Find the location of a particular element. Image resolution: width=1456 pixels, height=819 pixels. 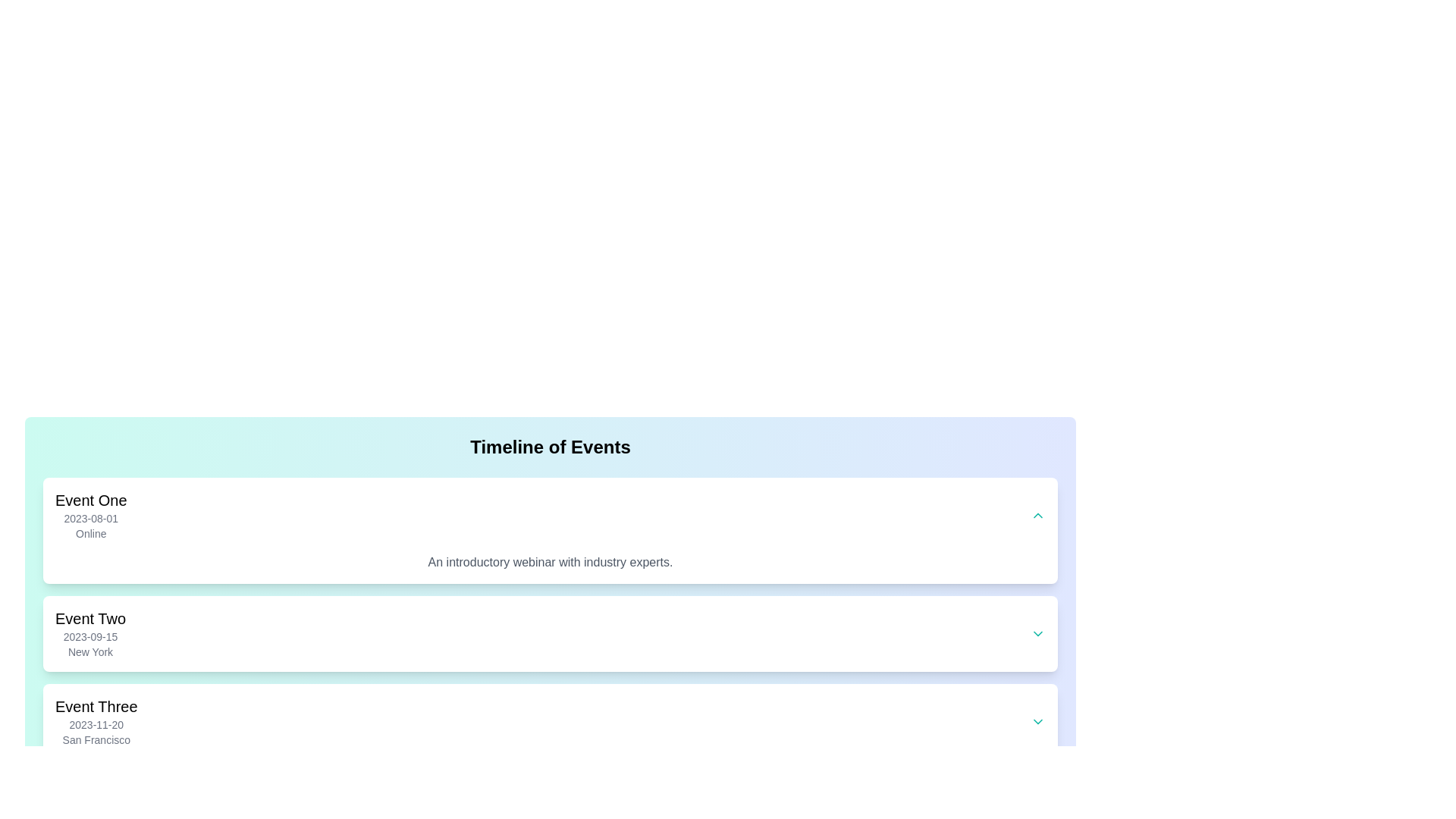

the static text label displaying the date '2023-08-01', which is styled in a smaller gray font and positioned below the title 'Event One' in the event card layout is located at coordinates (90, 517).